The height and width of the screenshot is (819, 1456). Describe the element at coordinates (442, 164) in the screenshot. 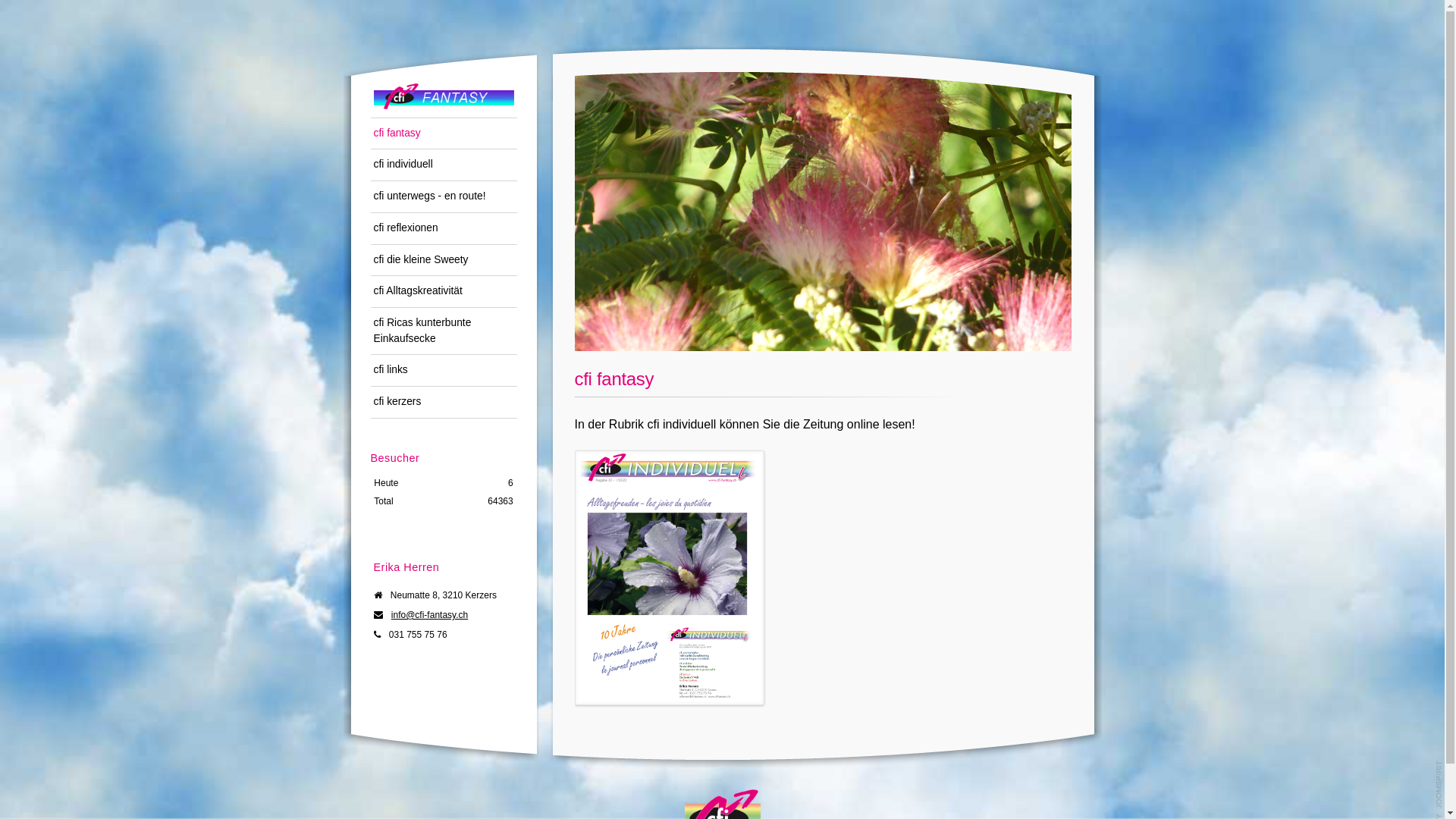

I see `'cfi individuell'` at that location.